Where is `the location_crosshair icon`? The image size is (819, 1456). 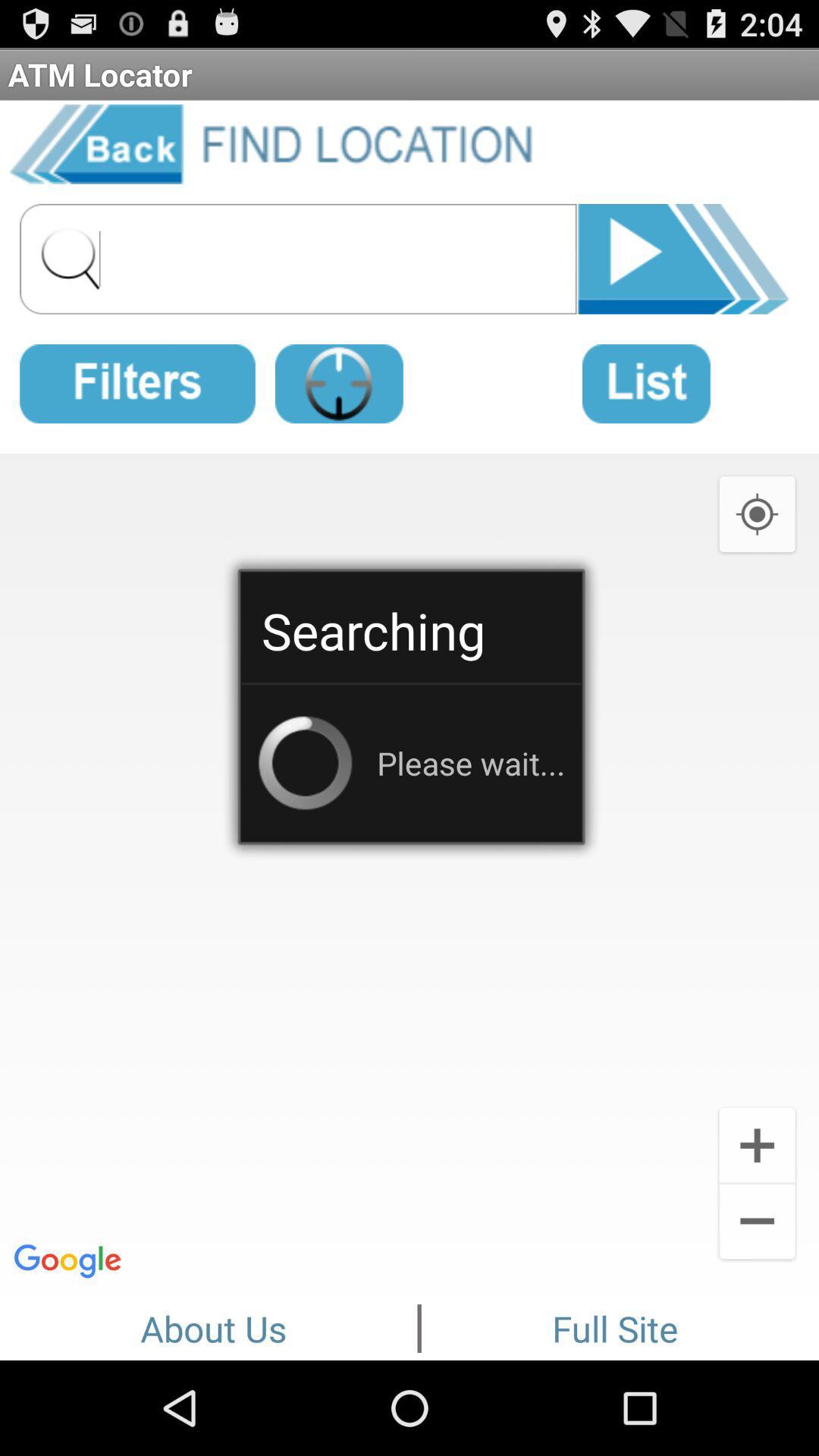 the location_crosshair icon is located at coordinates (757, 548).